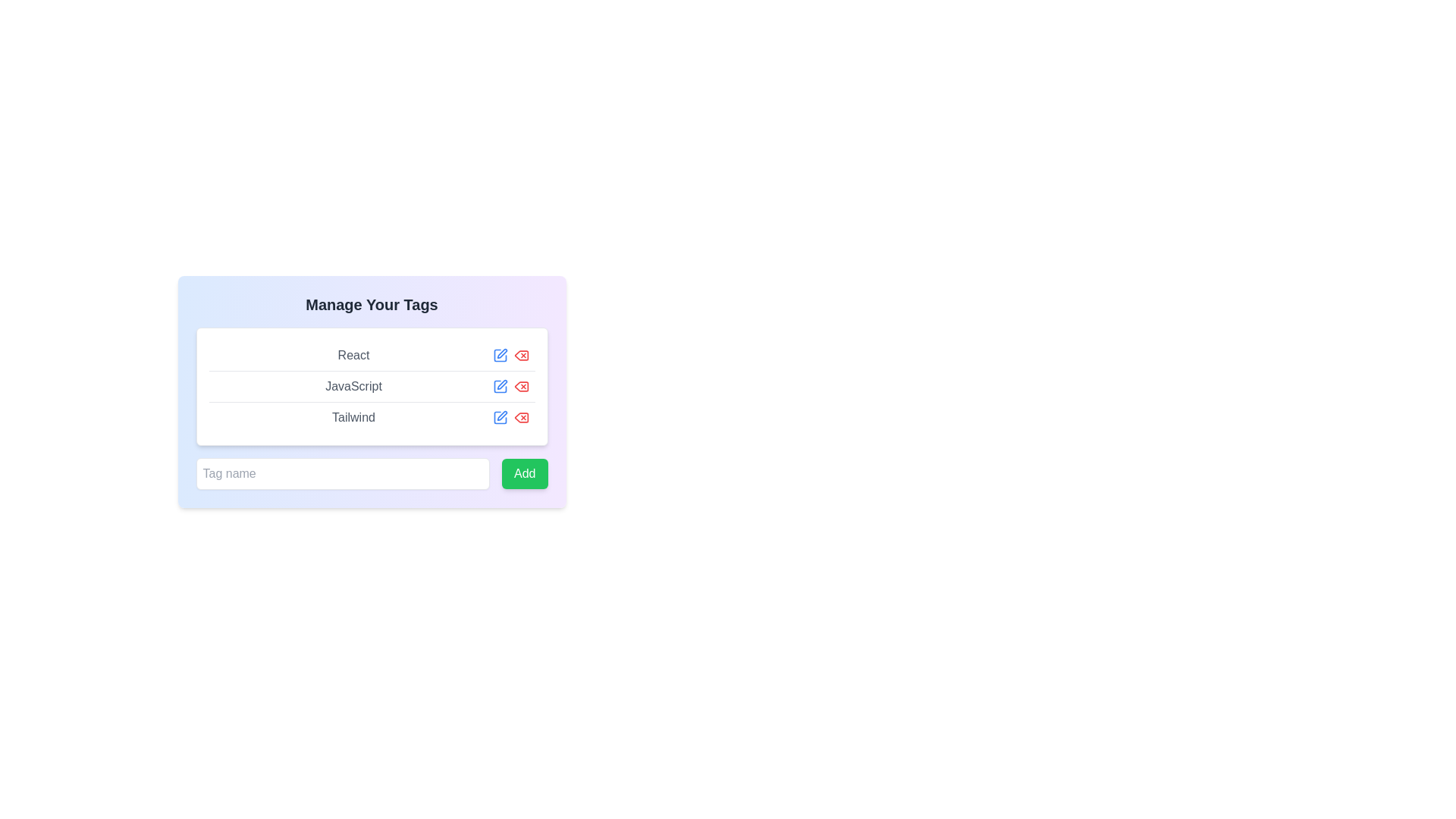 This screenshot has height=819, width=1456. I want to click on the red eye-cross icon in the Composite component, so click(510, 385).